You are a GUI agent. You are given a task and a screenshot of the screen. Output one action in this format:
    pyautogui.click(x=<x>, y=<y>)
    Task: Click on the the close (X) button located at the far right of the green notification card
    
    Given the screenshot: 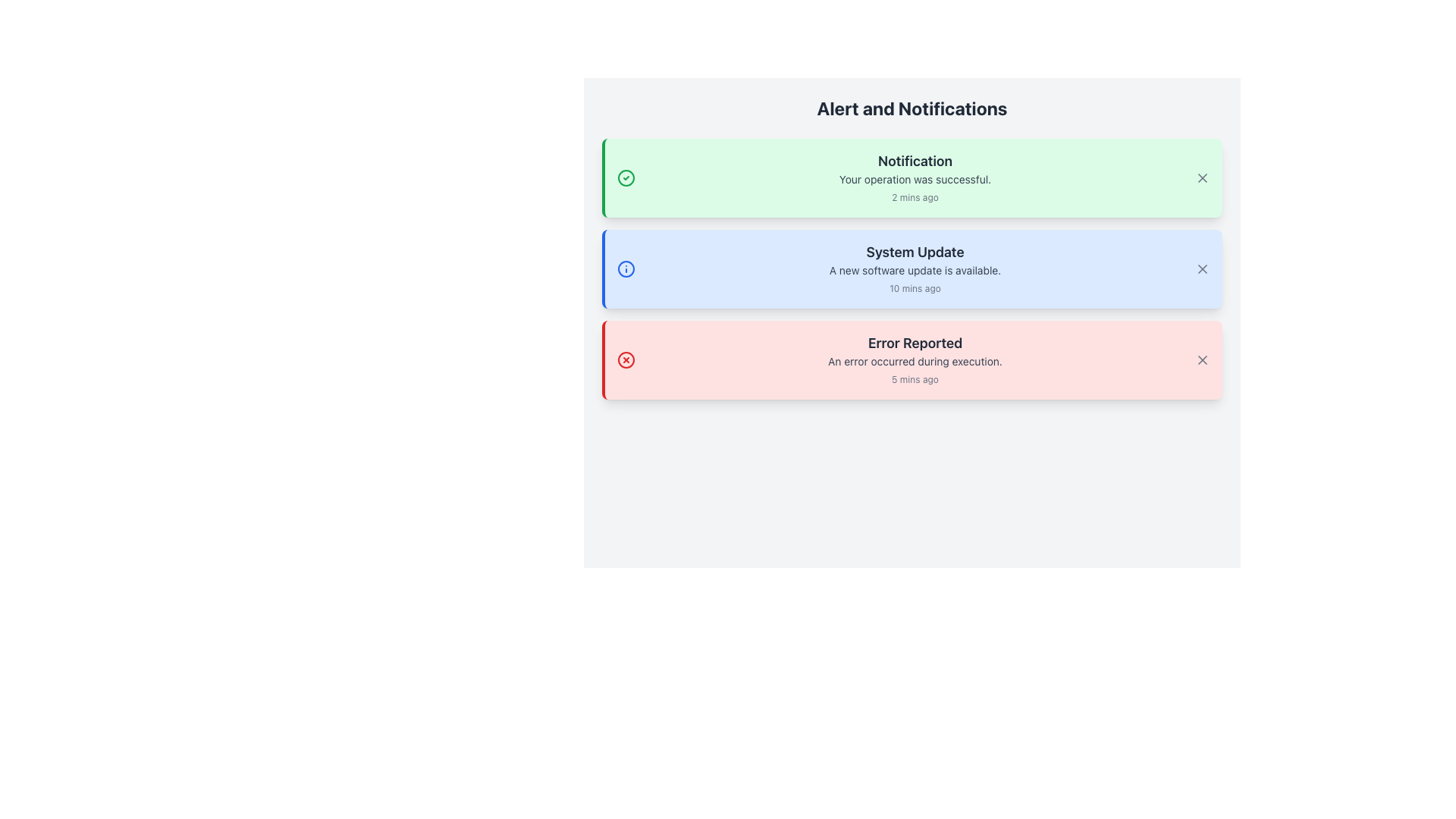 What is the action you would take?
    pyautogui.click(x=1201, y=177)
    